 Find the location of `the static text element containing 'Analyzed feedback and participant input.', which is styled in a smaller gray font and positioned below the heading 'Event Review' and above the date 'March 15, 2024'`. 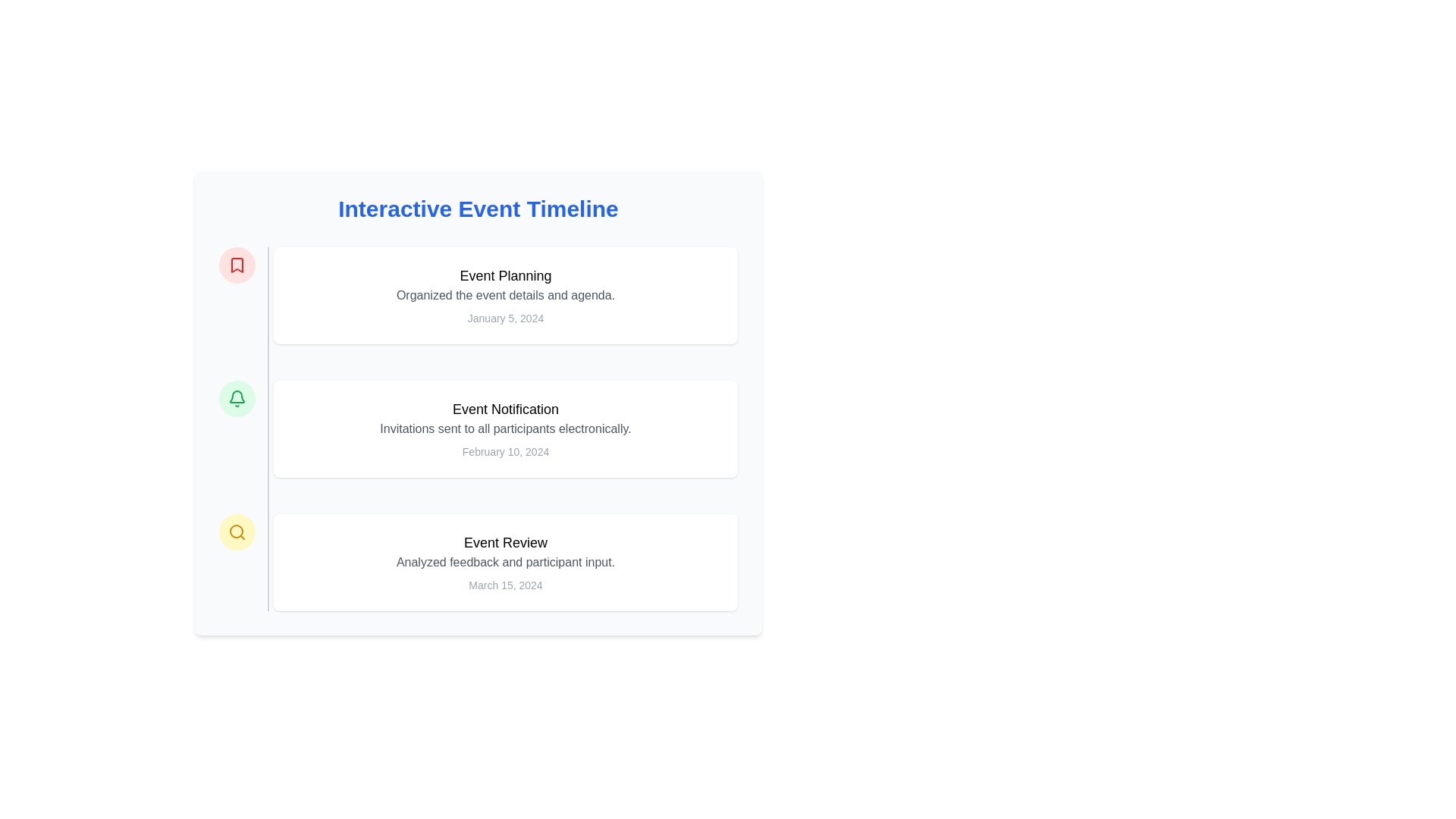

the static text element containing 'Analyzed feedback and participant input.', which is styled in a smaller gray font and positioned below the heading 'Event Review' and above the date 'March 15, 2024' is located at coordinates (506, 562).